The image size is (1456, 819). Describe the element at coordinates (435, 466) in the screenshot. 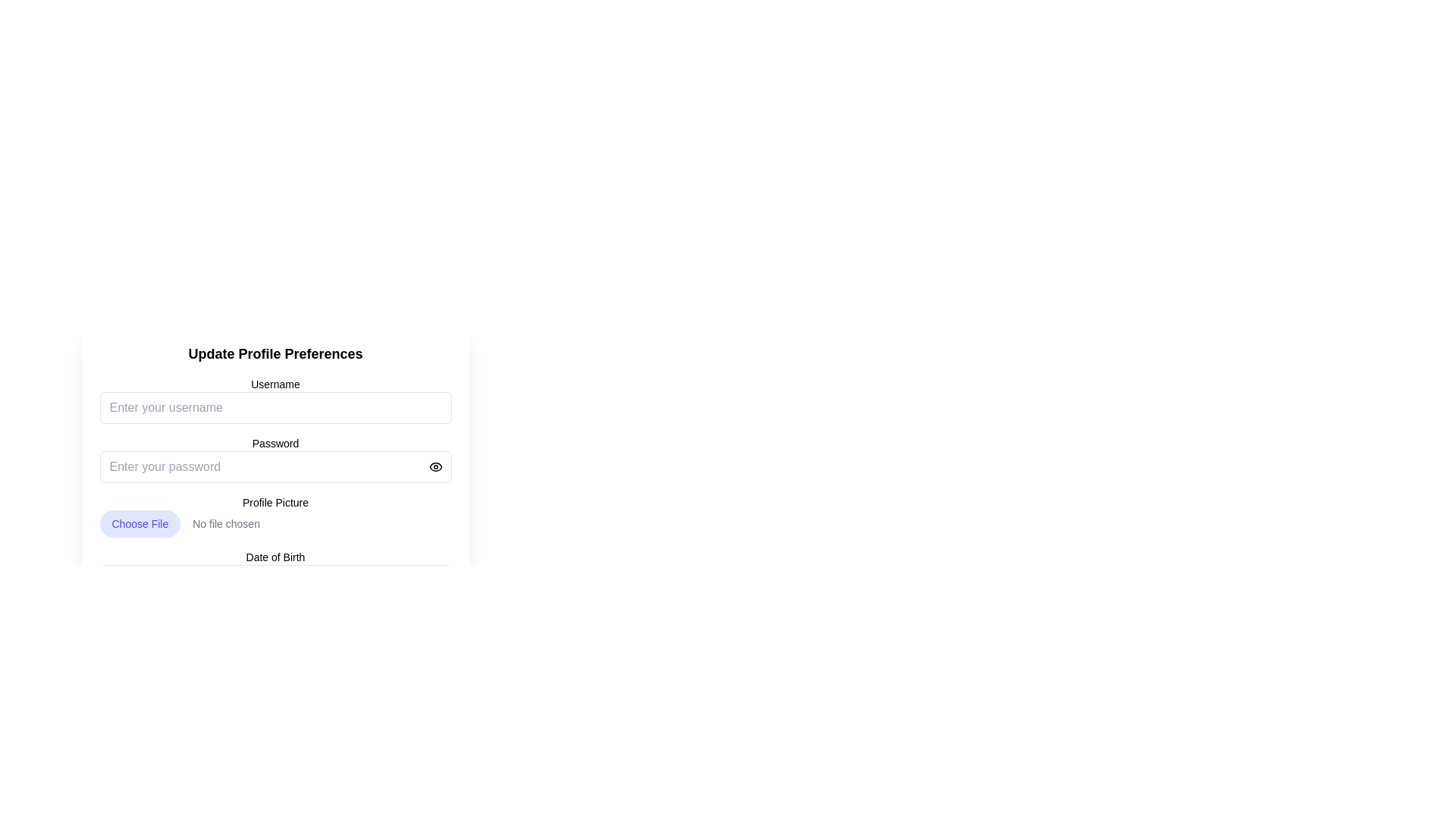

I see `the button located to the immediate right of the password input field` at that location.